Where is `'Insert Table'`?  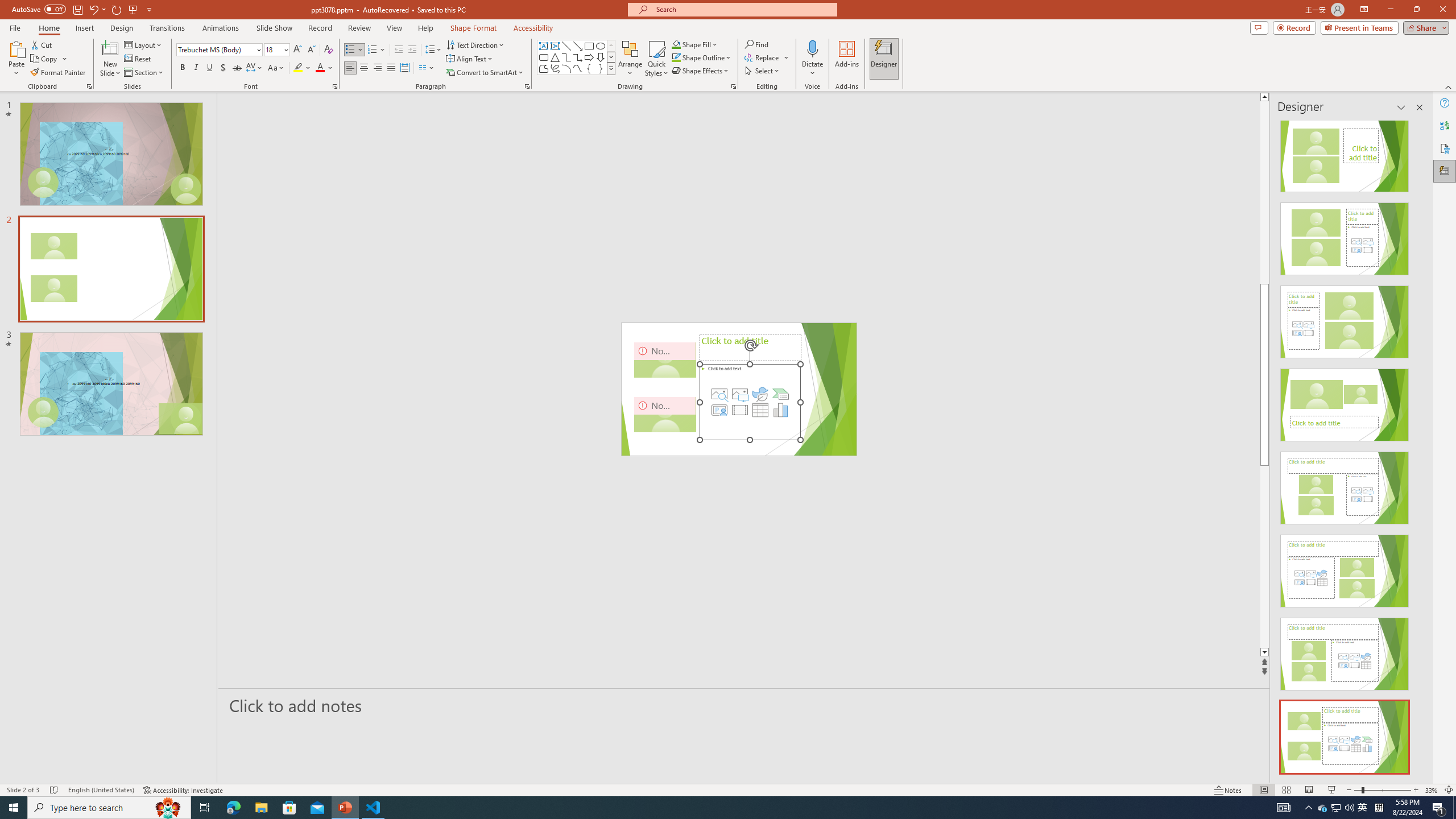 'Insert Table' is located at coordinates (760, 409).